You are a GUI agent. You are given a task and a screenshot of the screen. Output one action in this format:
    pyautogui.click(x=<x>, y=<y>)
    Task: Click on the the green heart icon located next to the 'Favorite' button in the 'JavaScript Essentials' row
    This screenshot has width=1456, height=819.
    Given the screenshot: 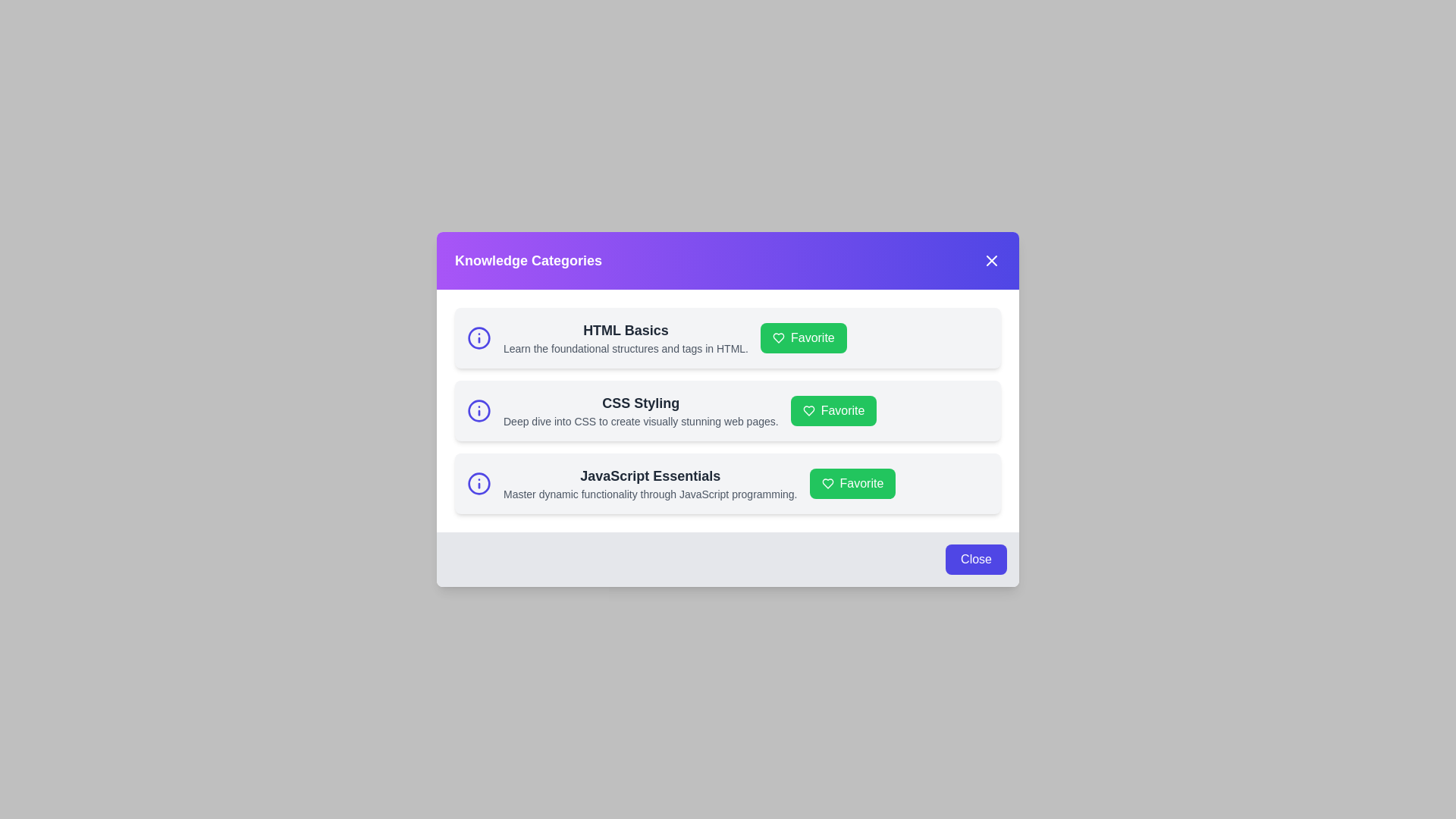 What is the action you would take?
    pyautogui.click(x=827, y=483)
    